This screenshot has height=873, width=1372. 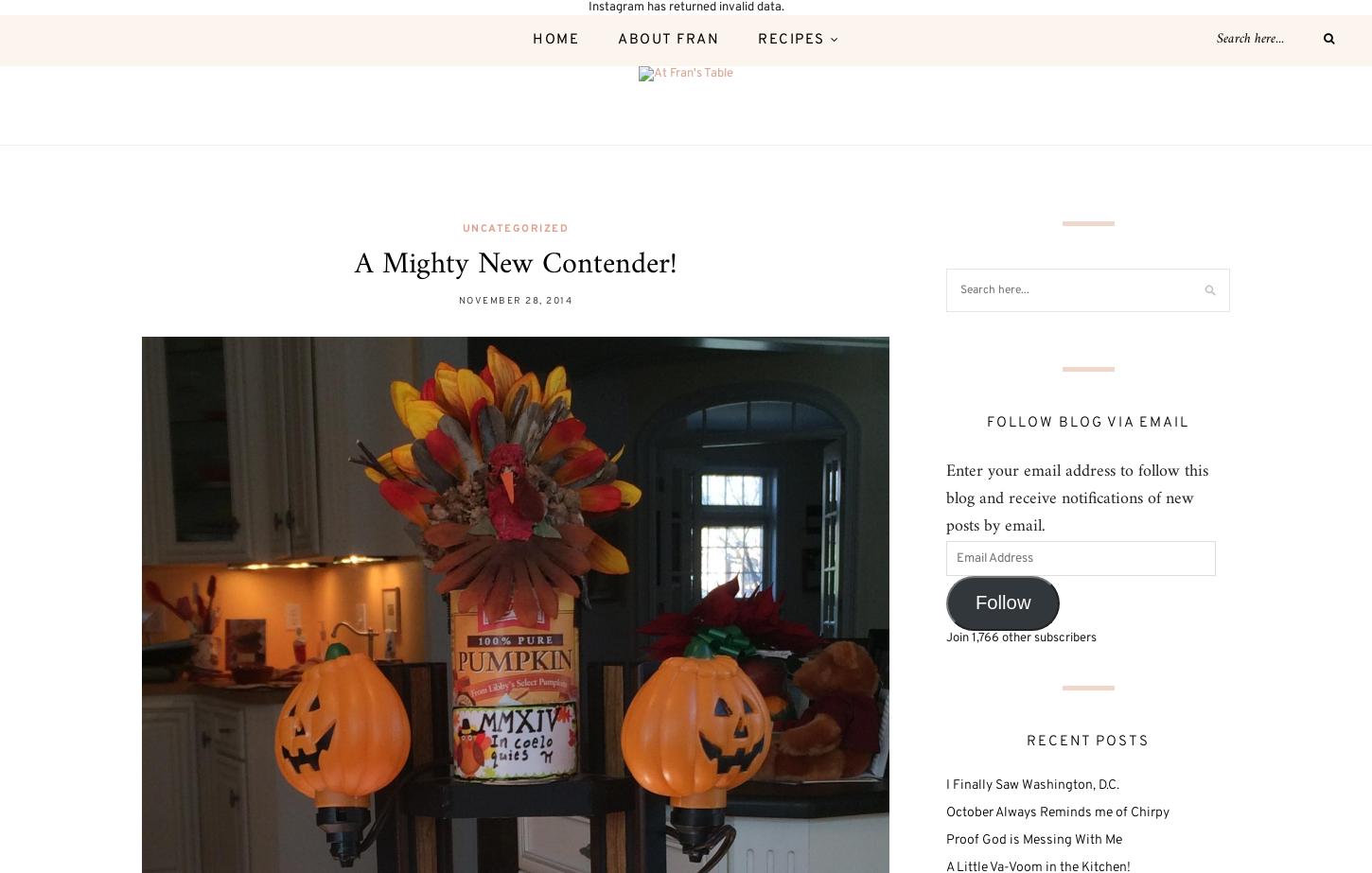 What do you see at coordinates (1086, 740) in the screenshot?
I see `'Recent Posts'` at bounding box center [1086, 740].